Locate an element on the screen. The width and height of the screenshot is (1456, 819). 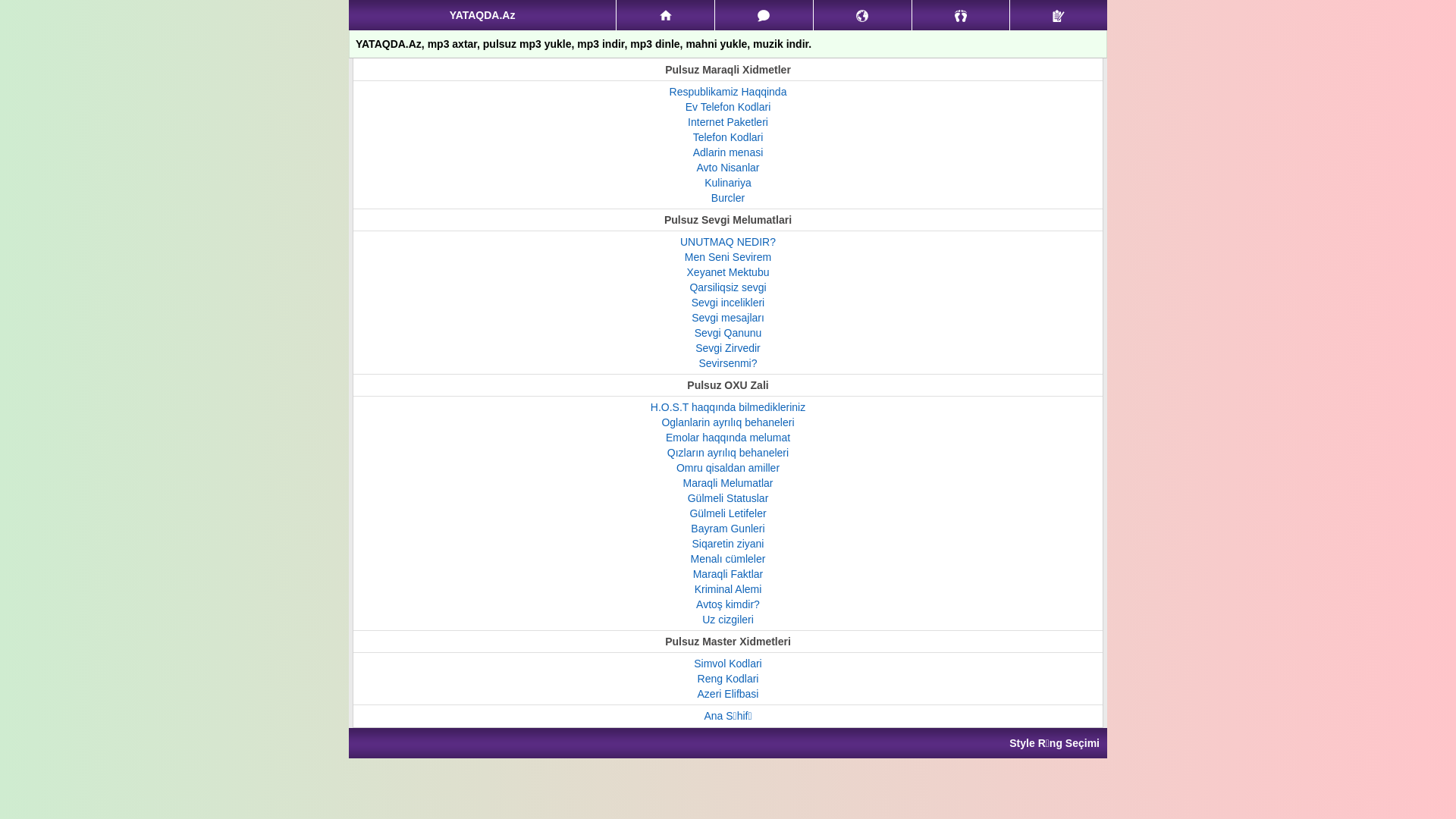
'Telefon Kodlari' is located at coordinates (728, 137).